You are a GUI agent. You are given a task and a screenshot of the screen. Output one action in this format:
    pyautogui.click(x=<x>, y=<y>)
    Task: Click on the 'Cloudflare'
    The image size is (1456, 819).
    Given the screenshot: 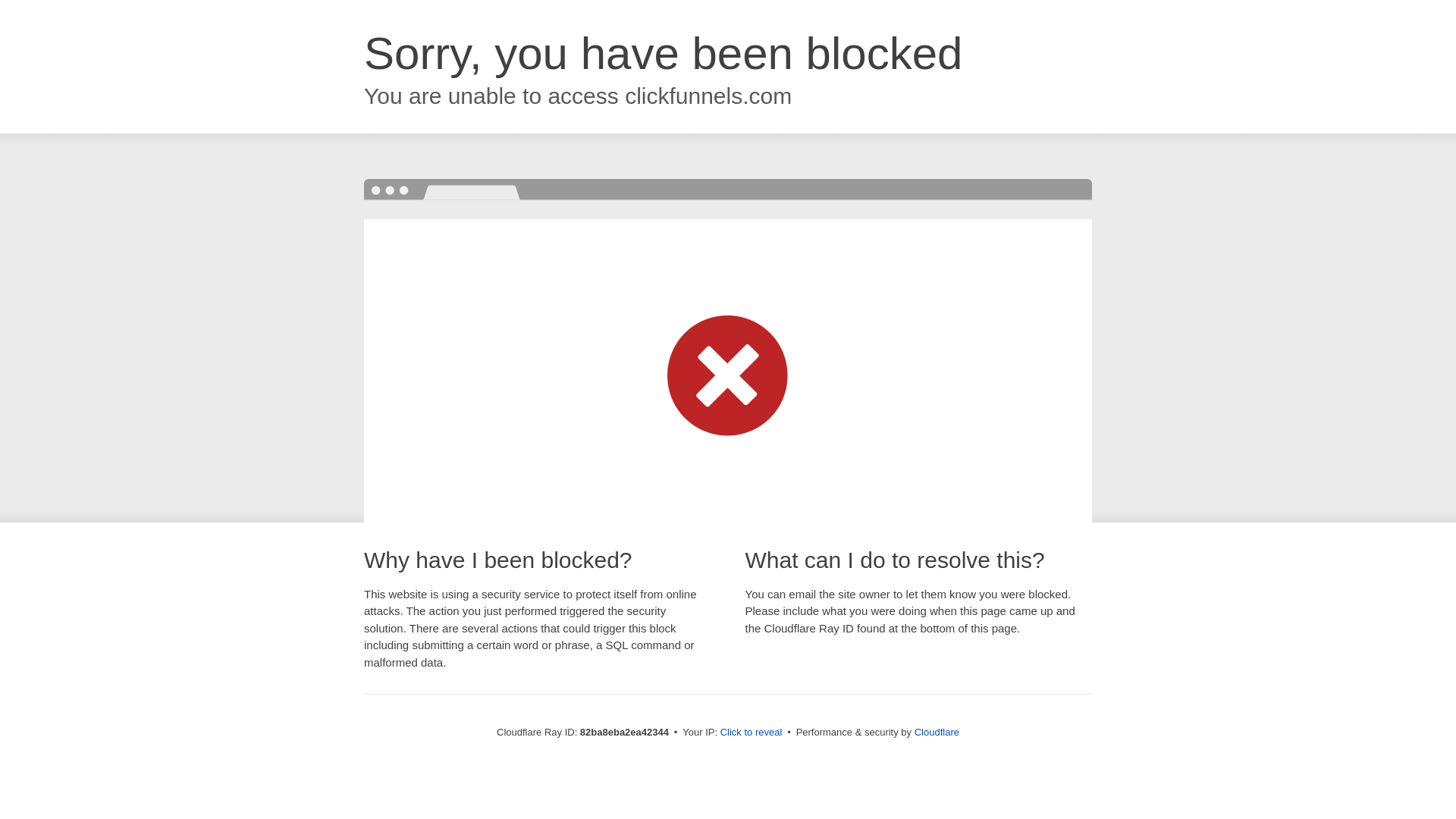 What is the action you would take?
    pyautogui.click(x=936, y=731)
    